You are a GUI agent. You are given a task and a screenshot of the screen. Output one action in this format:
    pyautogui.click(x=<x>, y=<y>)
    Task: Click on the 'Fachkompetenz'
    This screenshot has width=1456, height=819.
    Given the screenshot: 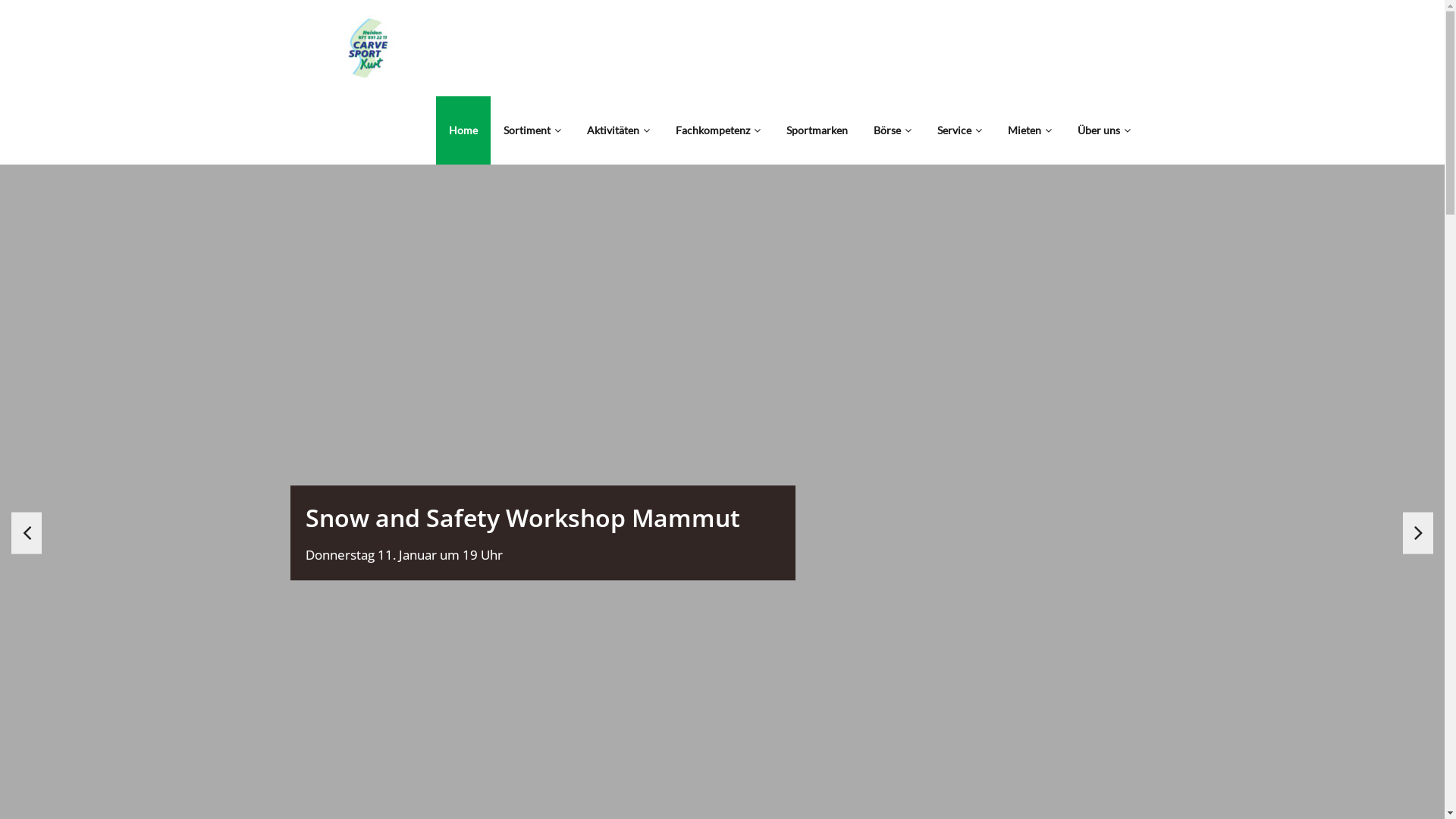 What is the action you would take?
    pyautogui.click(x=717, y=130)
    